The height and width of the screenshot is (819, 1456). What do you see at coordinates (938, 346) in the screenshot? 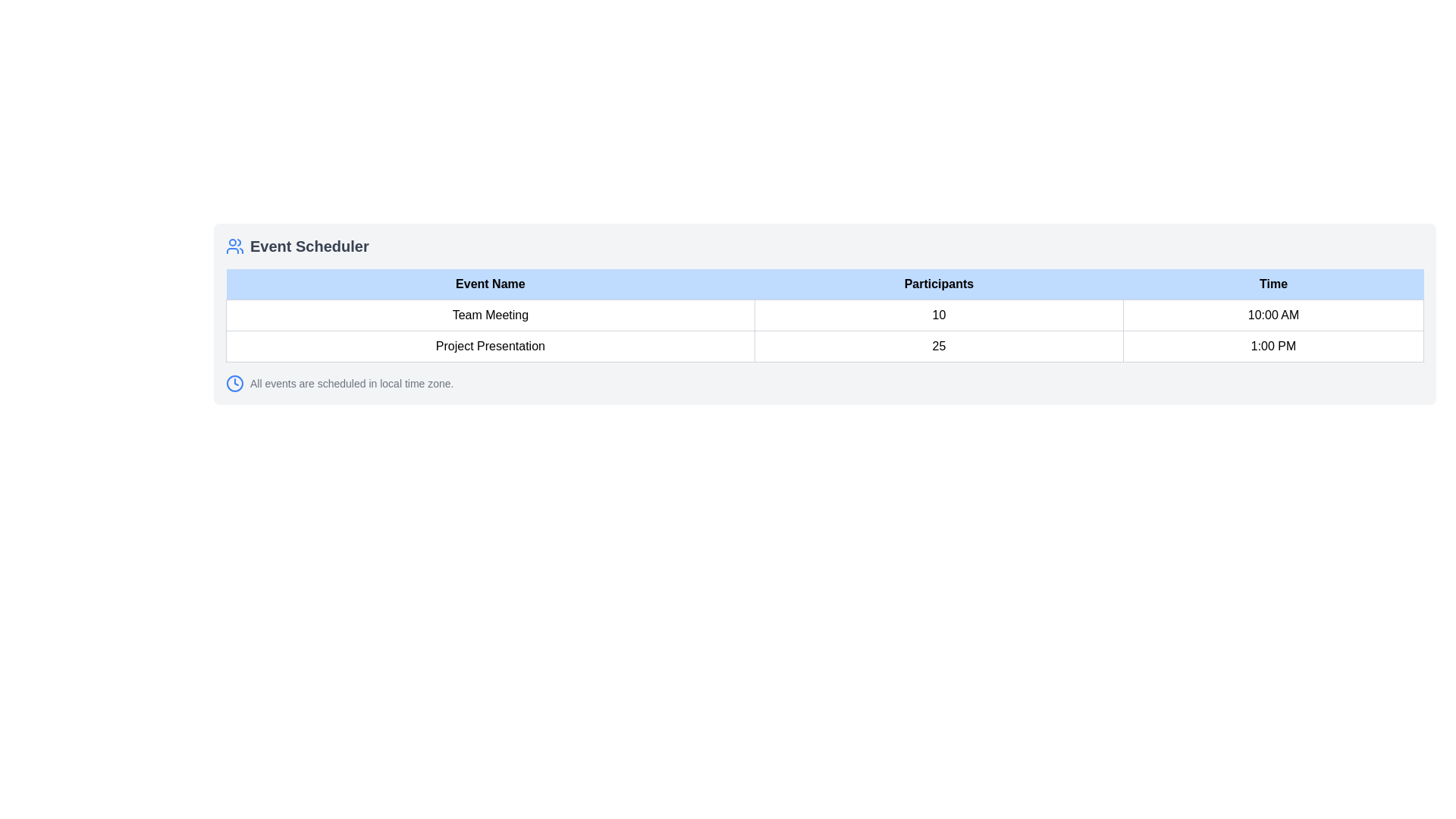
I see `the Table Cell displaying the numeric value '25' in the second column of the second row under the 'Participants' header` at bounding box center [938, 346].